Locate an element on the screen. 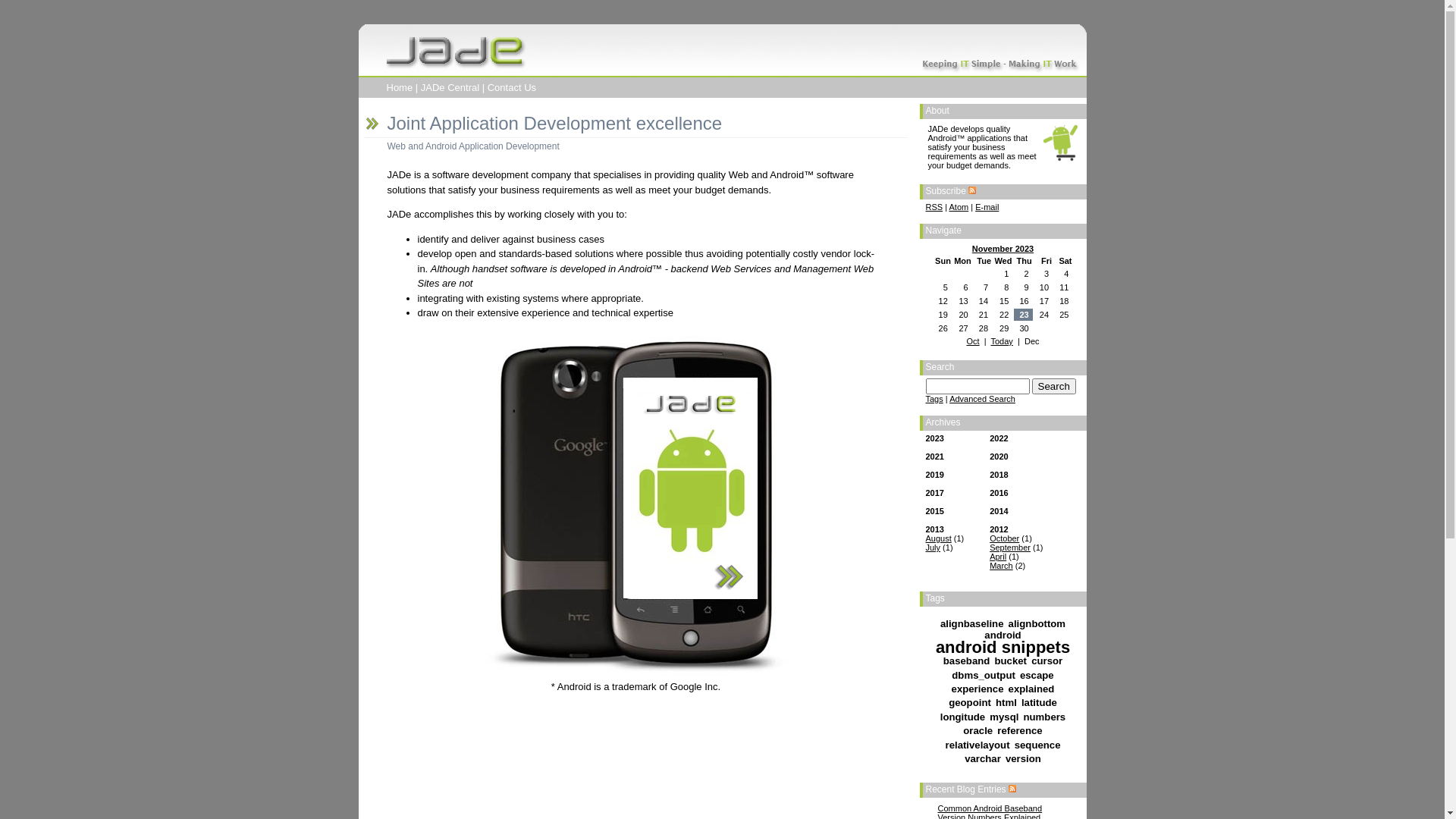 The image size is (1456, 819). 'numbers' is located at coordinates (1043, 717).